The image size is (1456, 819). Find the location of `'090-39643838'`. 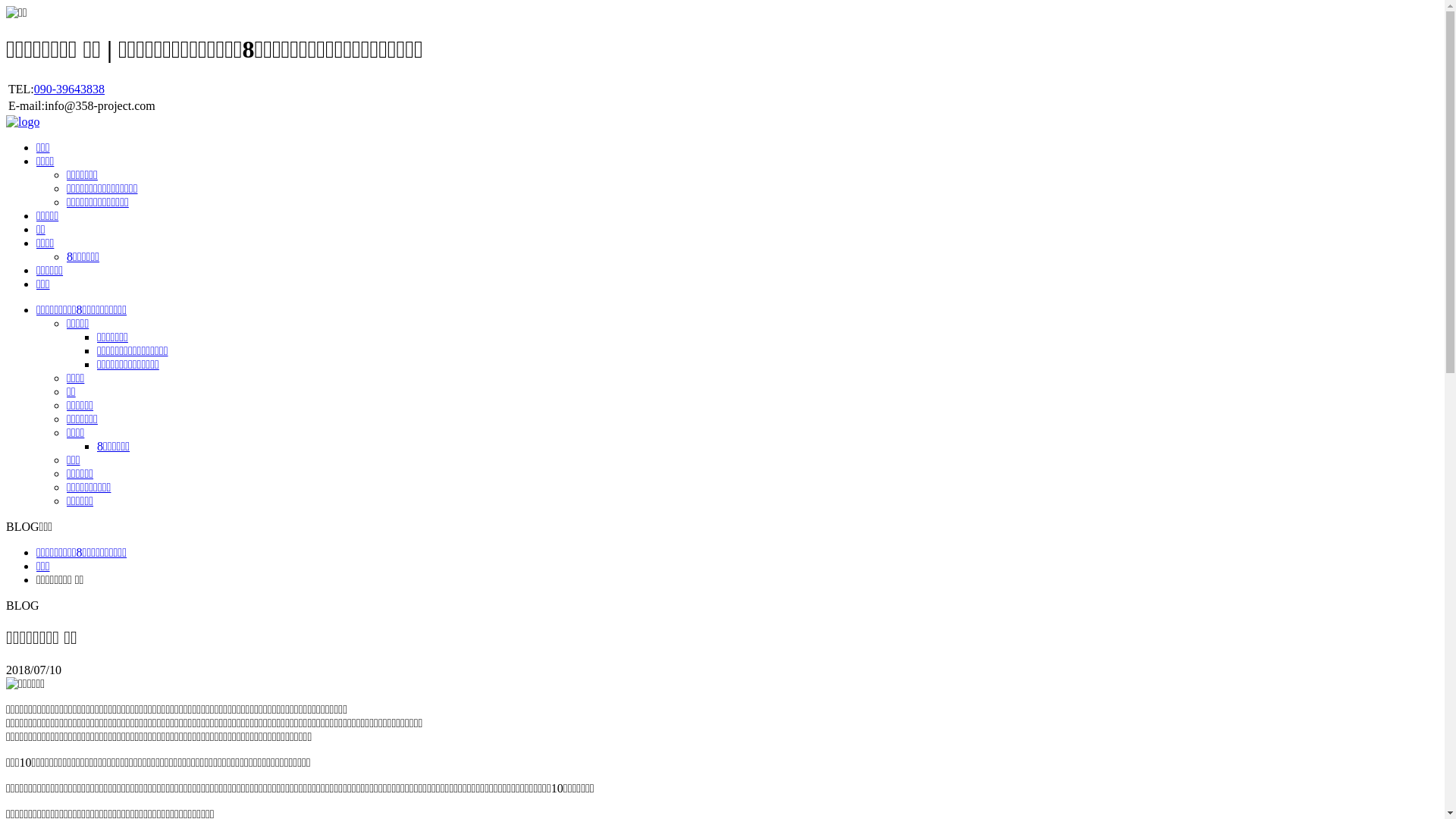

'090-39643838' is located at coordinates (68, 89).